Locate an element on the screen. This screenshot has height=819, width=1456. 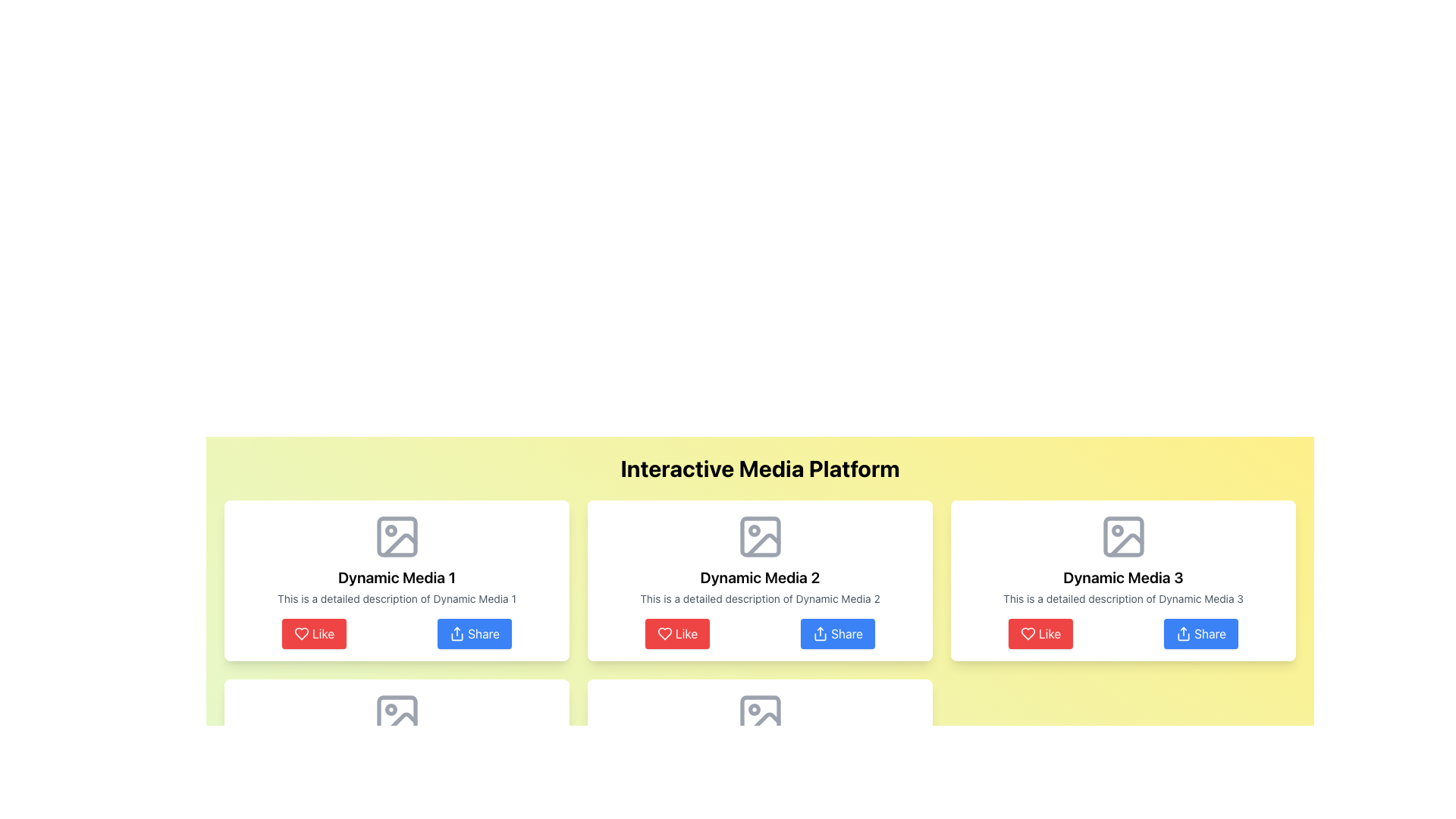
the share button located in the bottom-right corner of the 'Dynamic Media 2' card is located at coordinates (837, 634).